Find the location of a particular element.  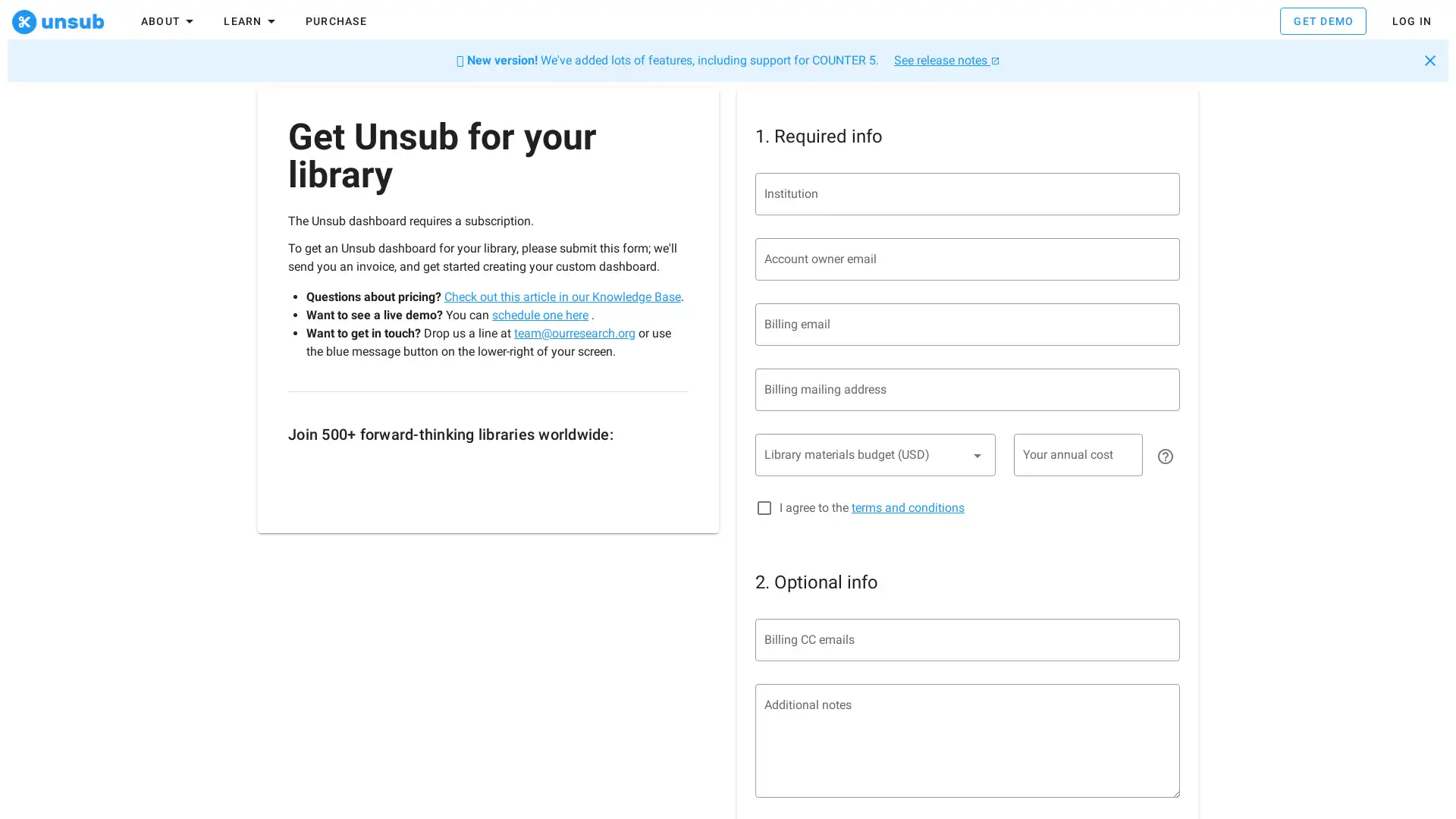

ABOUT is located at coordinates (168, 24).